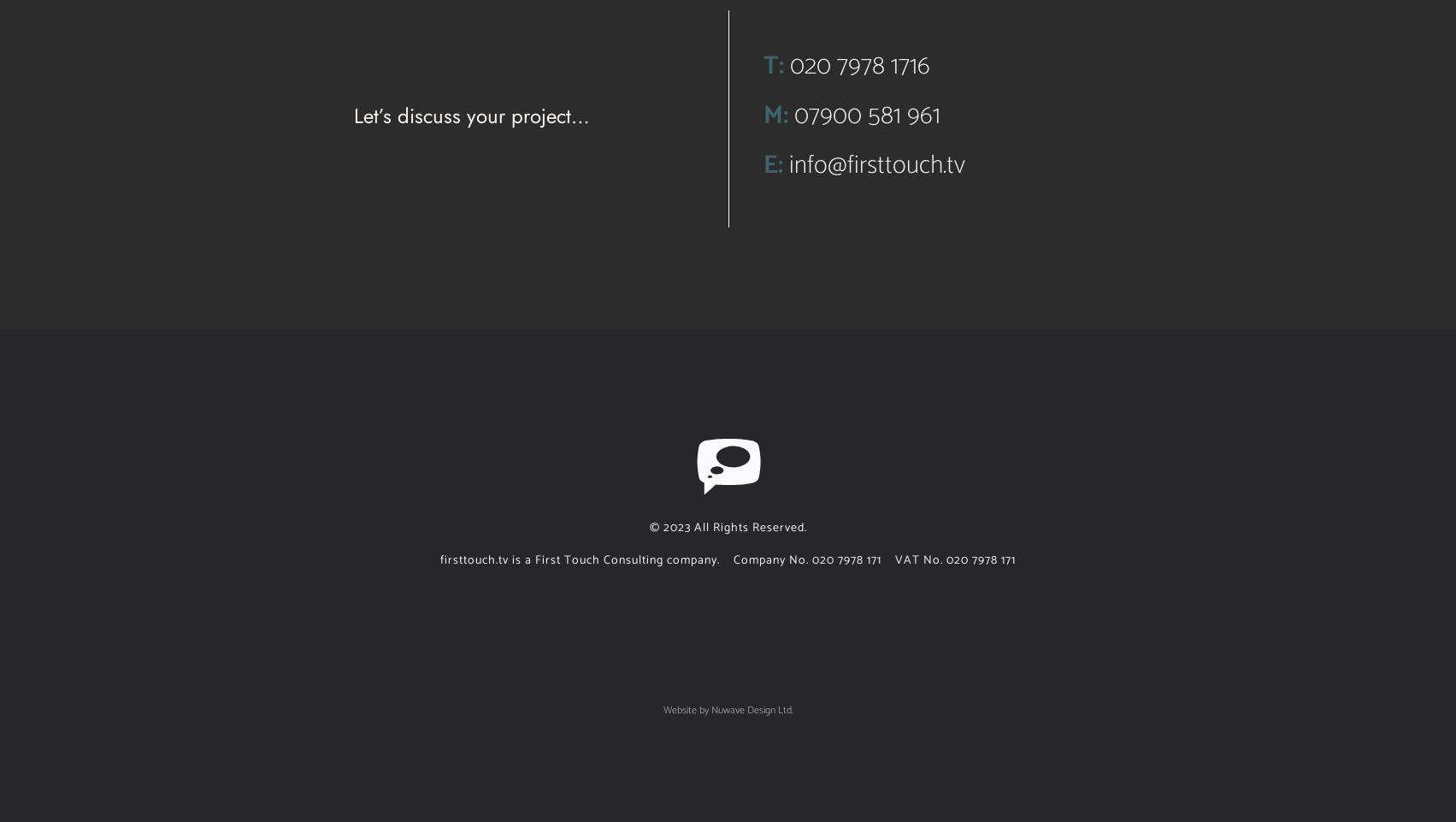 Image resolution: width=1456 pixels, height=822 pixels. Describe the element at coordinates (728, 559) in the screenshot. I see `'firsttouch.tv is a First Touch Consulting company.    Company No. 020 7978 171    VAT No. 020 7978 171'` at that location.